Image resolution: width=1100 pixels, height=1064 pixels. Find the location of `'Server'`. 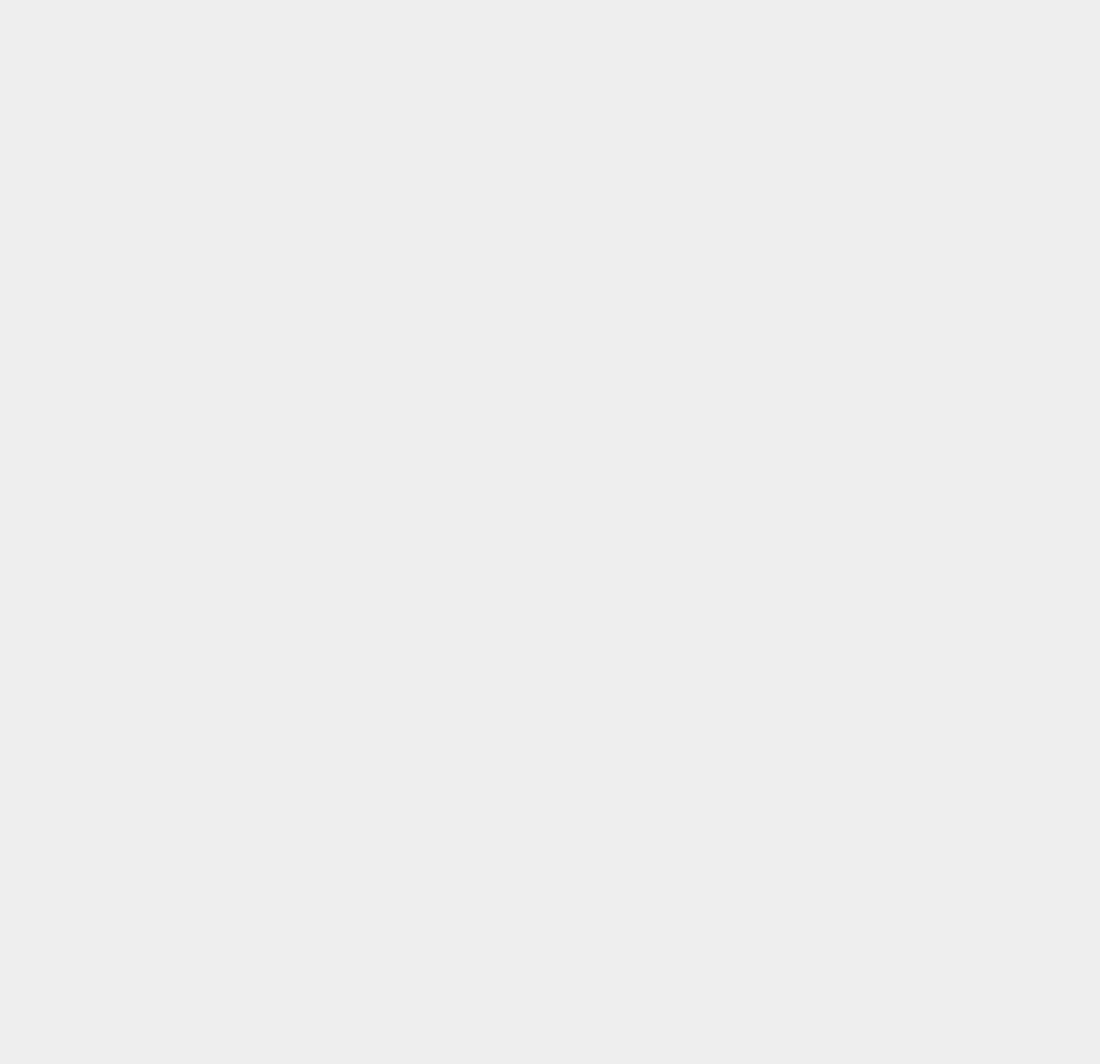

'Server' is located at coordinates (797, 858).